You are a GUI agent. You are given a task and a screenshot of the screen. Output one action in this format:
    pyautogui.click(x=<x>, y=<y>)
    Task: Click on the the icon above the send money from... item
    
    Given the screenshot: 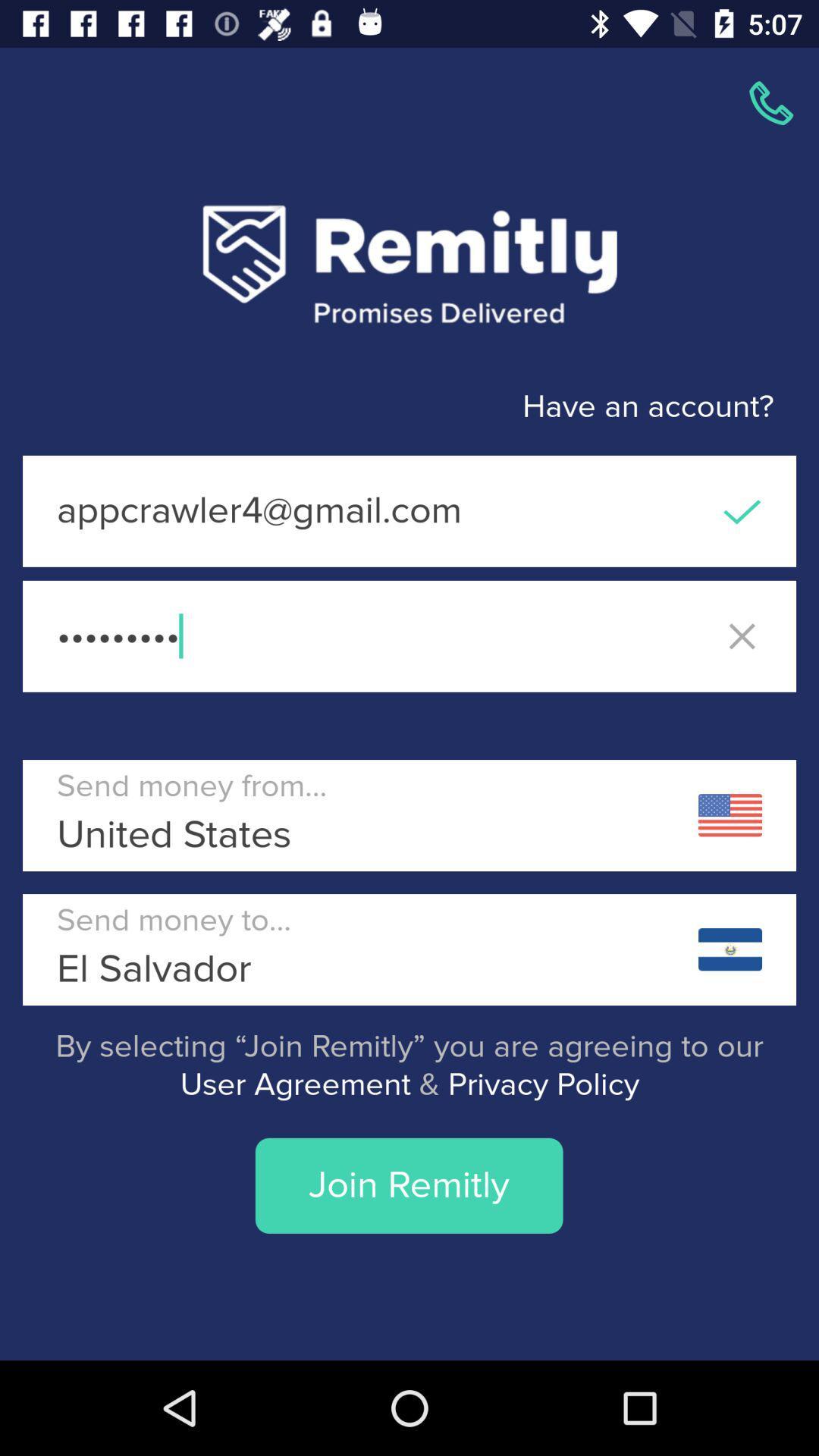 What is the action you would take?
    pyautogui.click(x=409, y=636)
    